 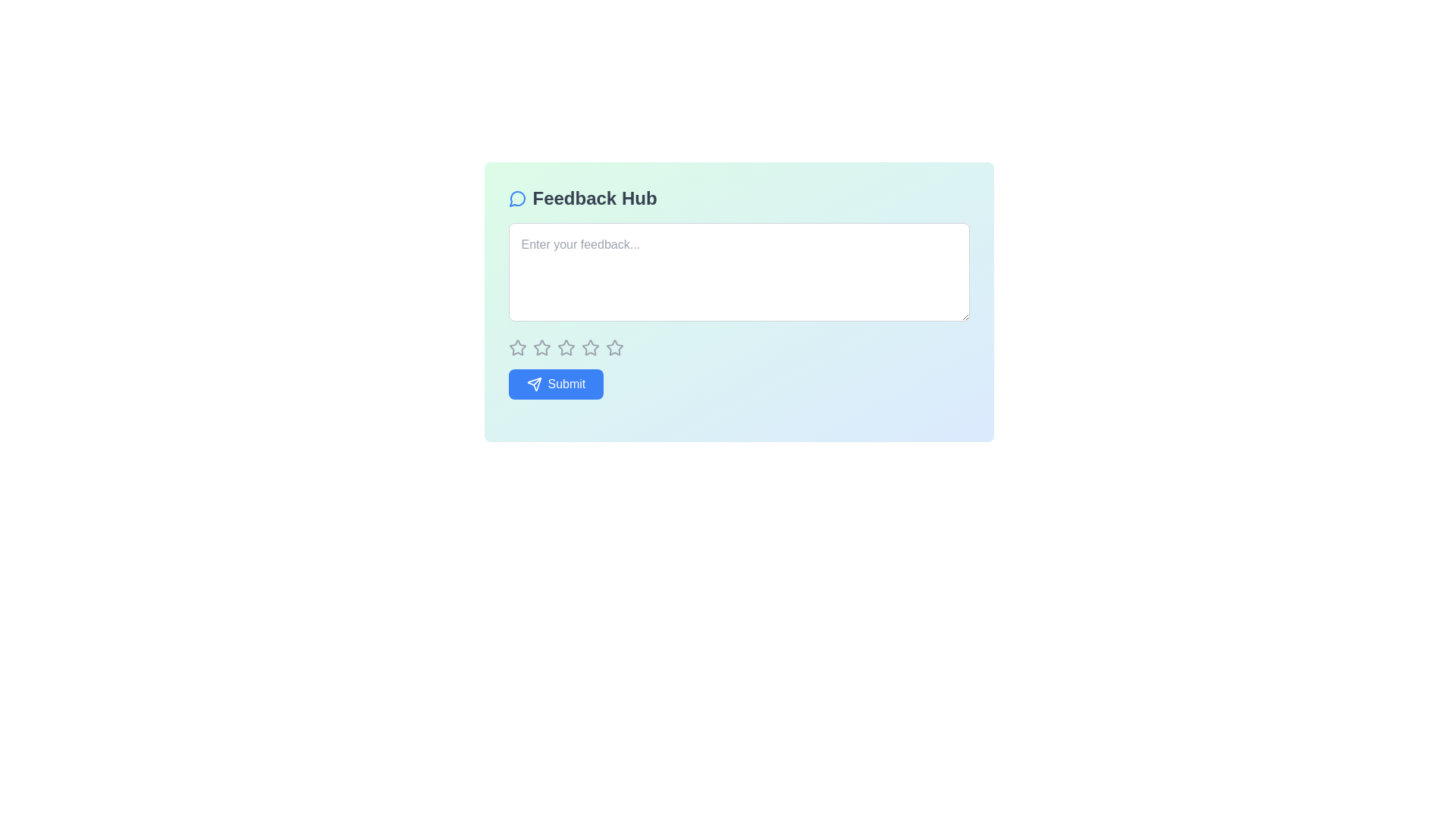 I want to click on the decorative feedback icon representing the 'Feedback Hub' title located to the left of the text label in the header area, so click(x=517, y=198).